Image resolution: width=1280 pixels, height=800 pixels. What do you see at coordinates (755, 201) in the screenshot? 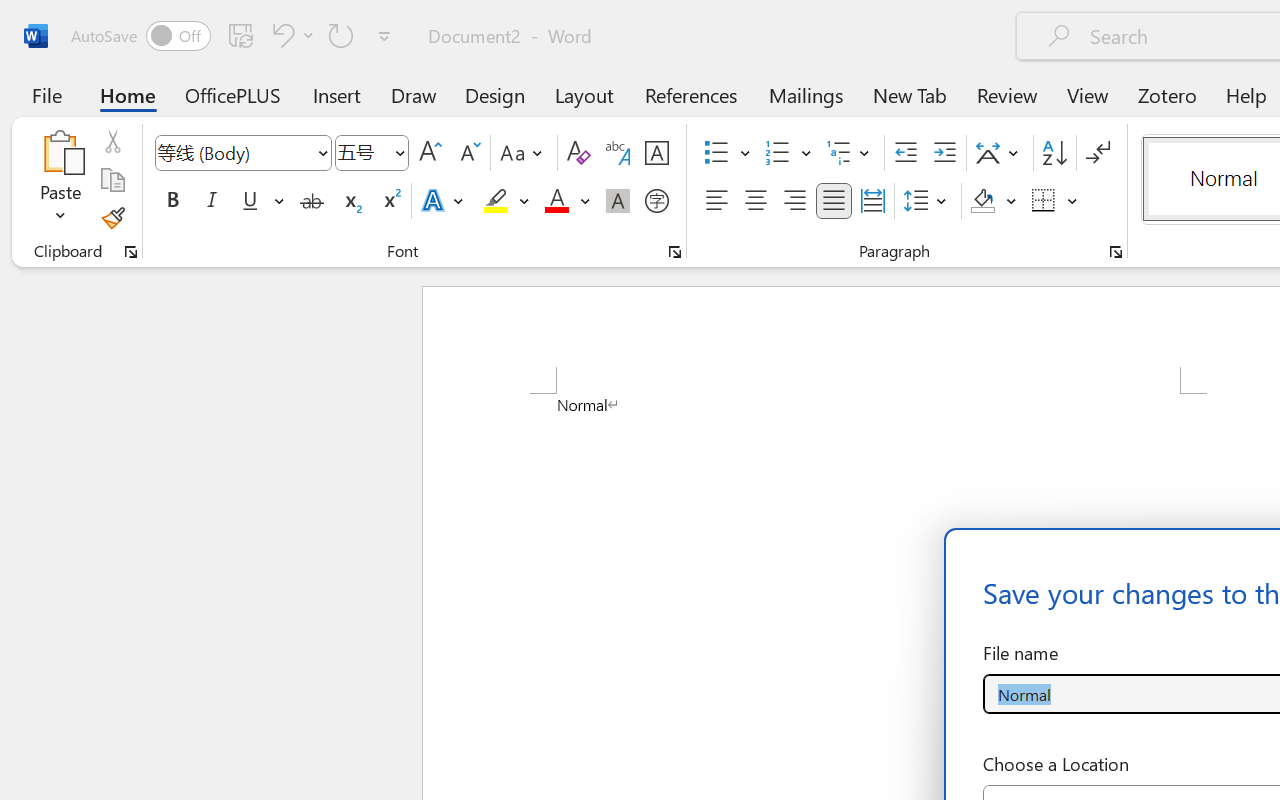
I see `'Center'` at bounding box center [755, 201].